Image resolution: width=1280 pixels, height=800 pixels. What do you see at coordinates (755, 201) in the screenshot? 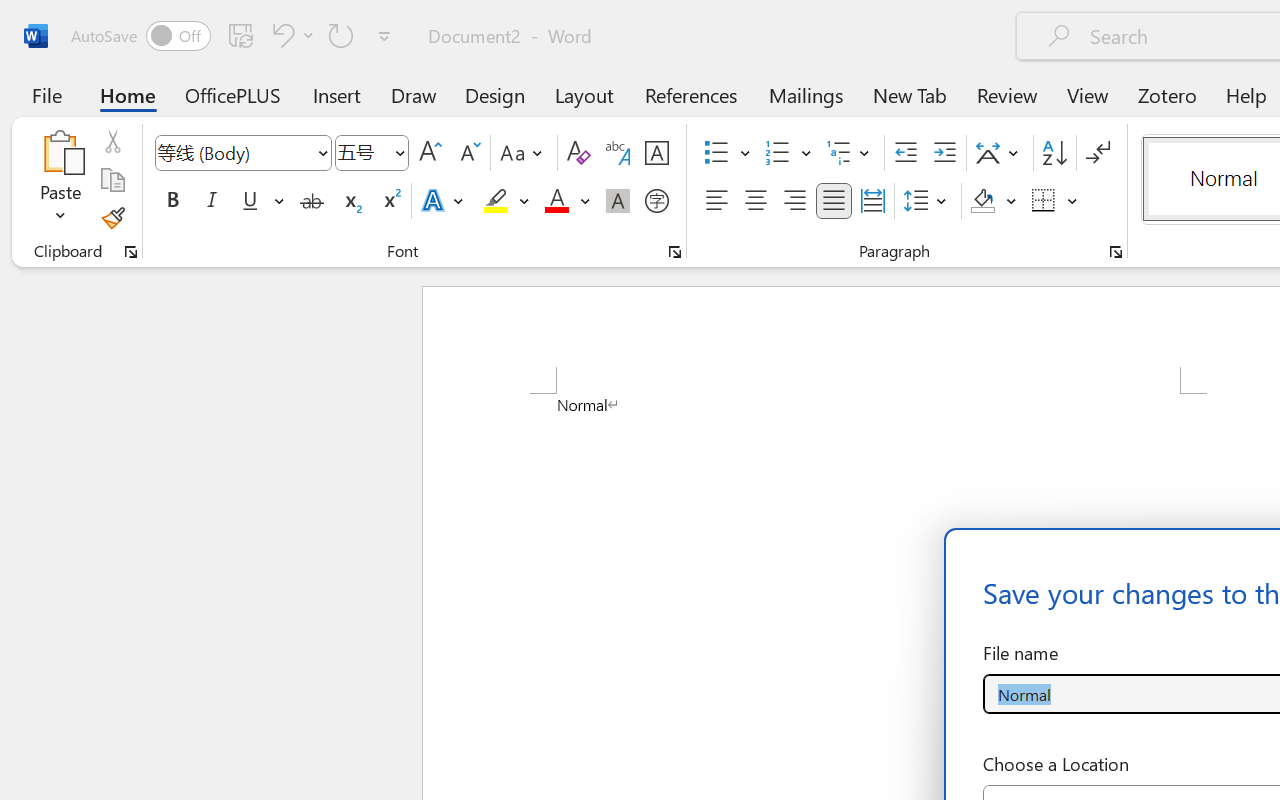
I see `'Center'` at bounding box center [755, 201].